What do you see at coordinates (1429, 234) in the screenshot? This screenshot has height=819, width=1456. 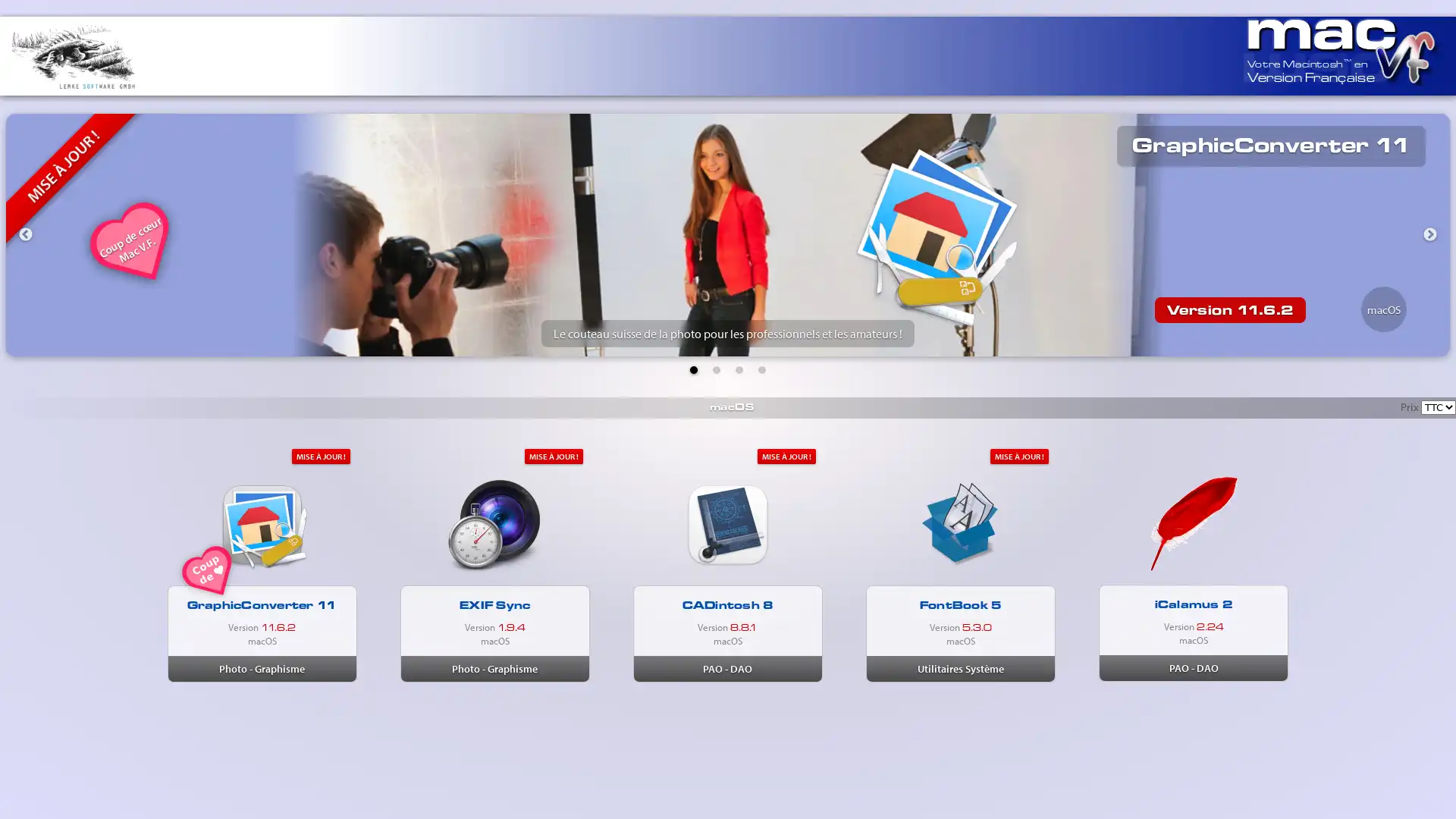 I see `Next` at bounding box center [1429, 234].